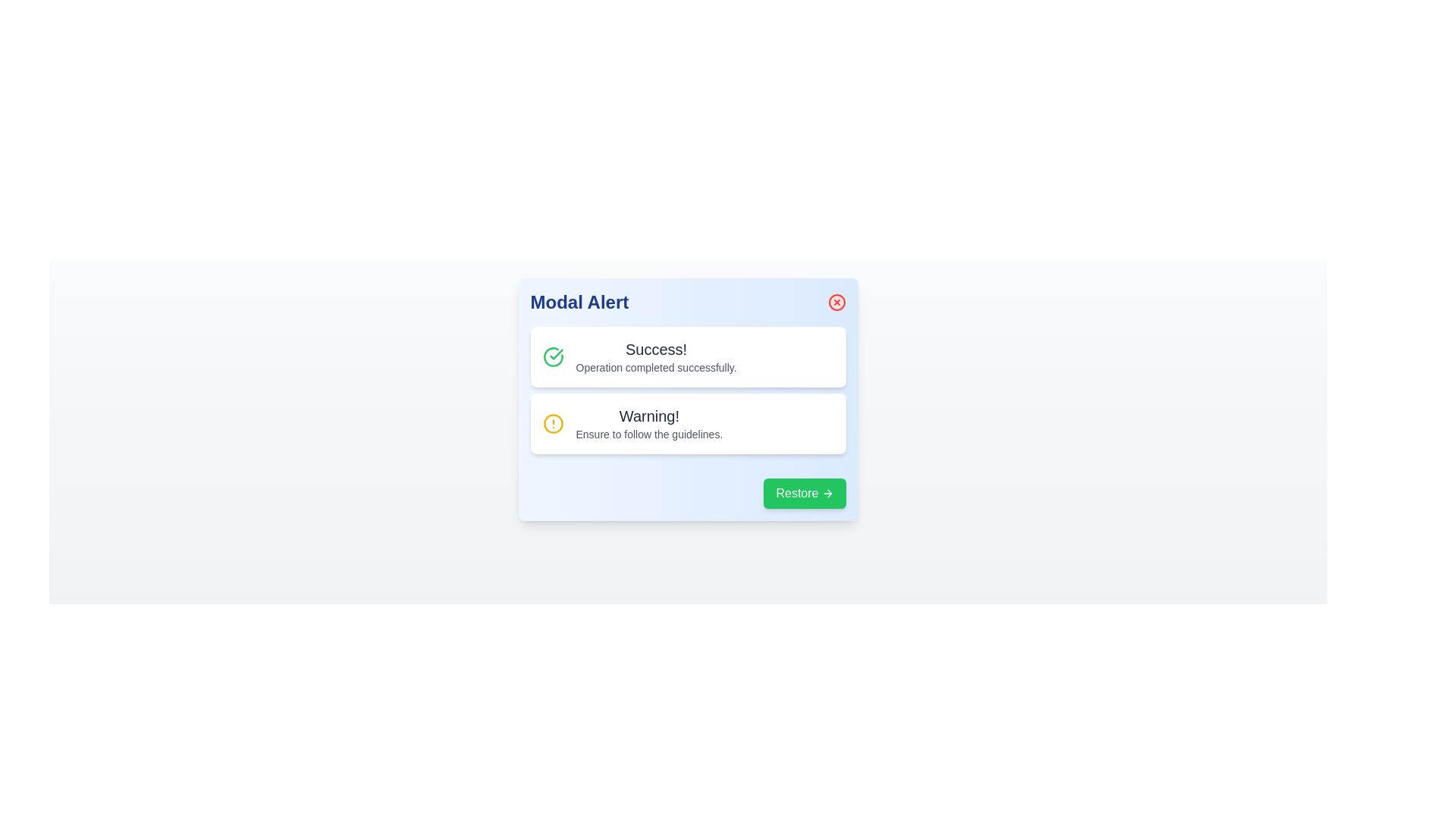 This screenshot has width=1456, height=819. What do you see at coordinates (555, 354) in the screenshot?
I see `the green checkmark icon within the circular outline located in the top-left corner of the 'Success!' card in the modal interface` at bounding box center [555, 354].